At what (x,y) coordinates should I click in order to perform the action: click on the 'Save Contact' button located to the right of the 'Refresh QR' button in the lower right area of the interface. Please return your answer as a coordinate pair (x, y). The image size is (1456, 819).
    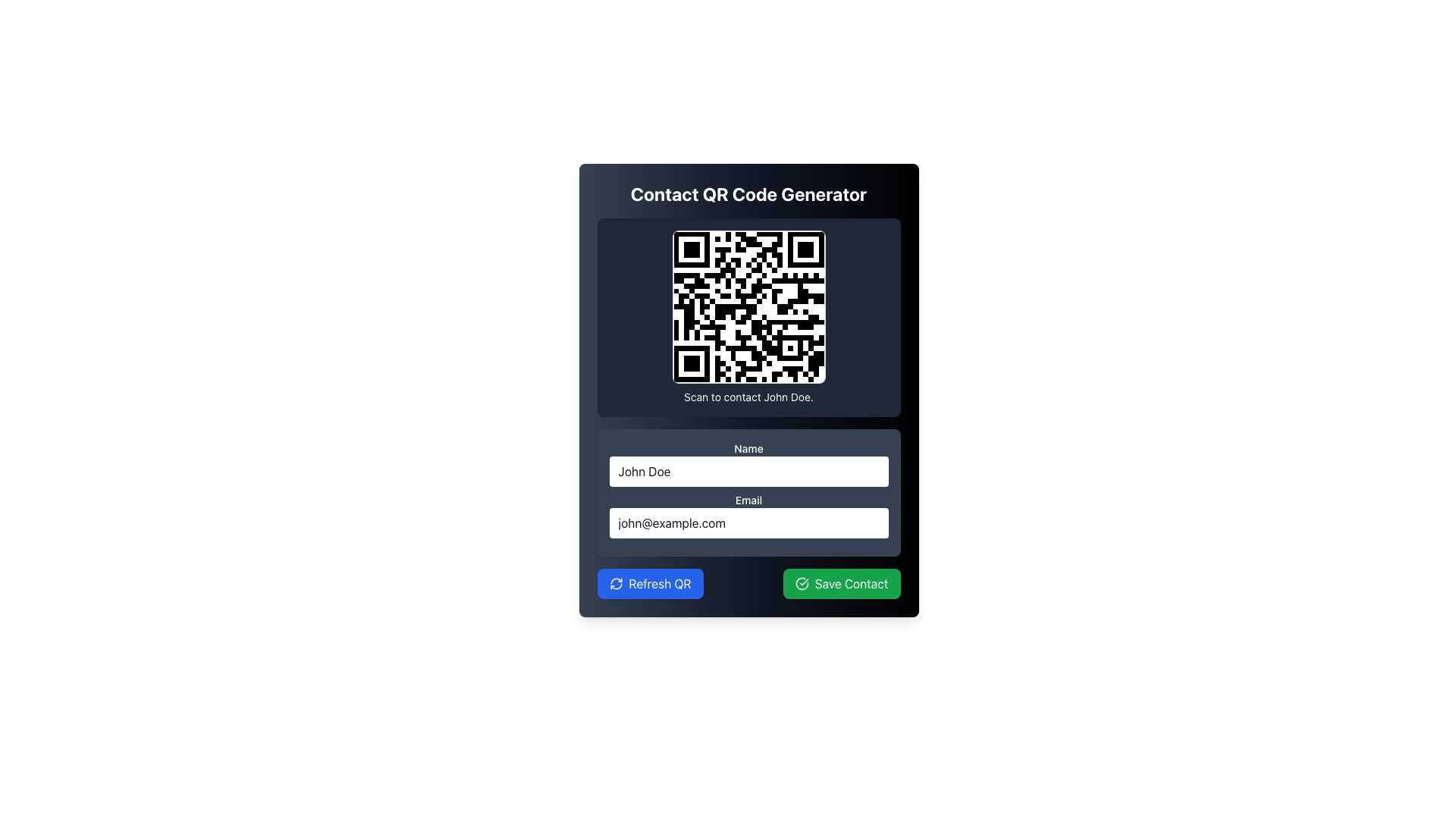
    Looking at the image, I should click on (840, 583).